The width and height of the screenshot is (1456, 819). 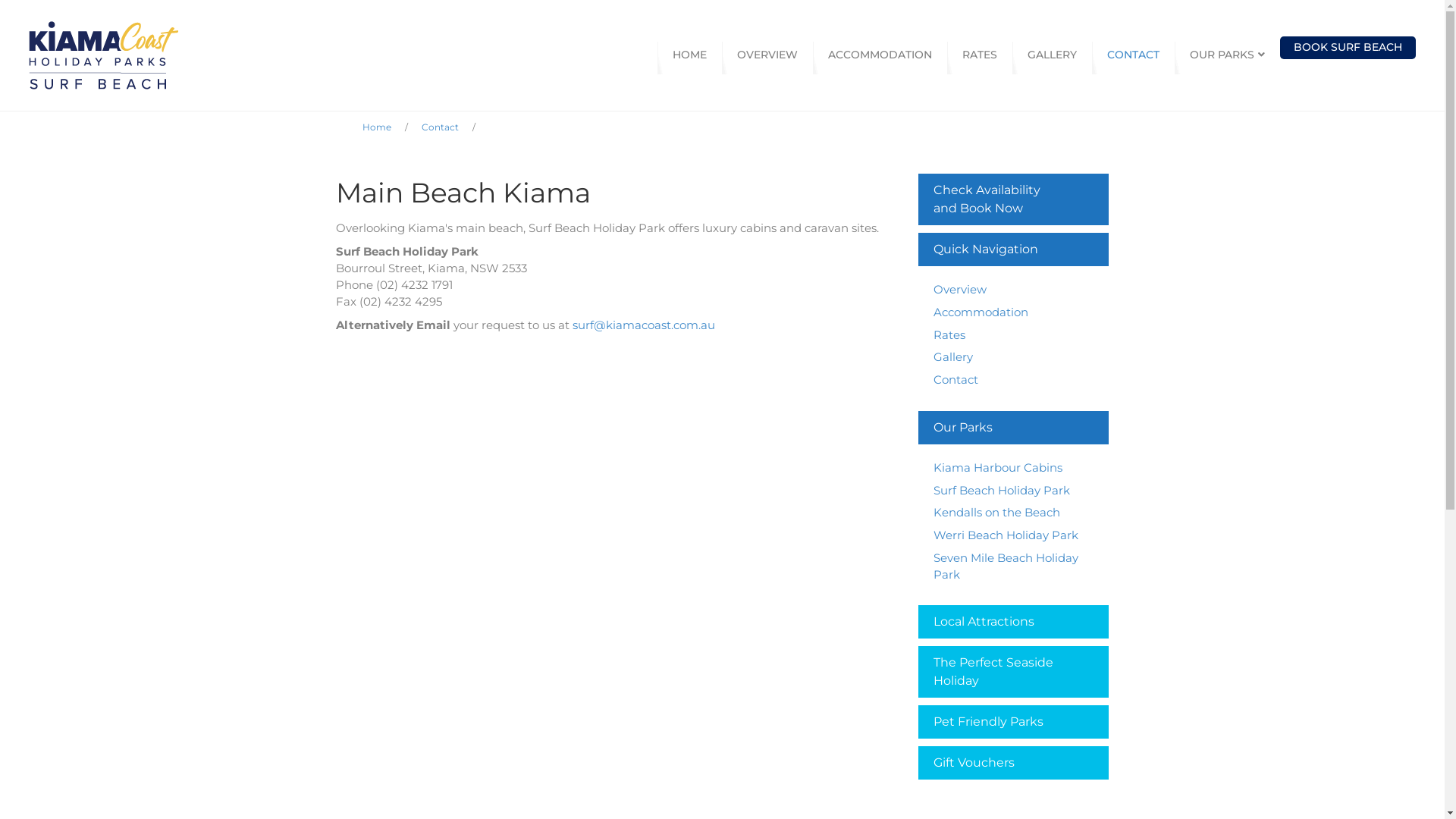 What do you see at coordinates (767, 55) in the screenshot?
I see `'OVERVIEW'` at bounding box center [767, 55].